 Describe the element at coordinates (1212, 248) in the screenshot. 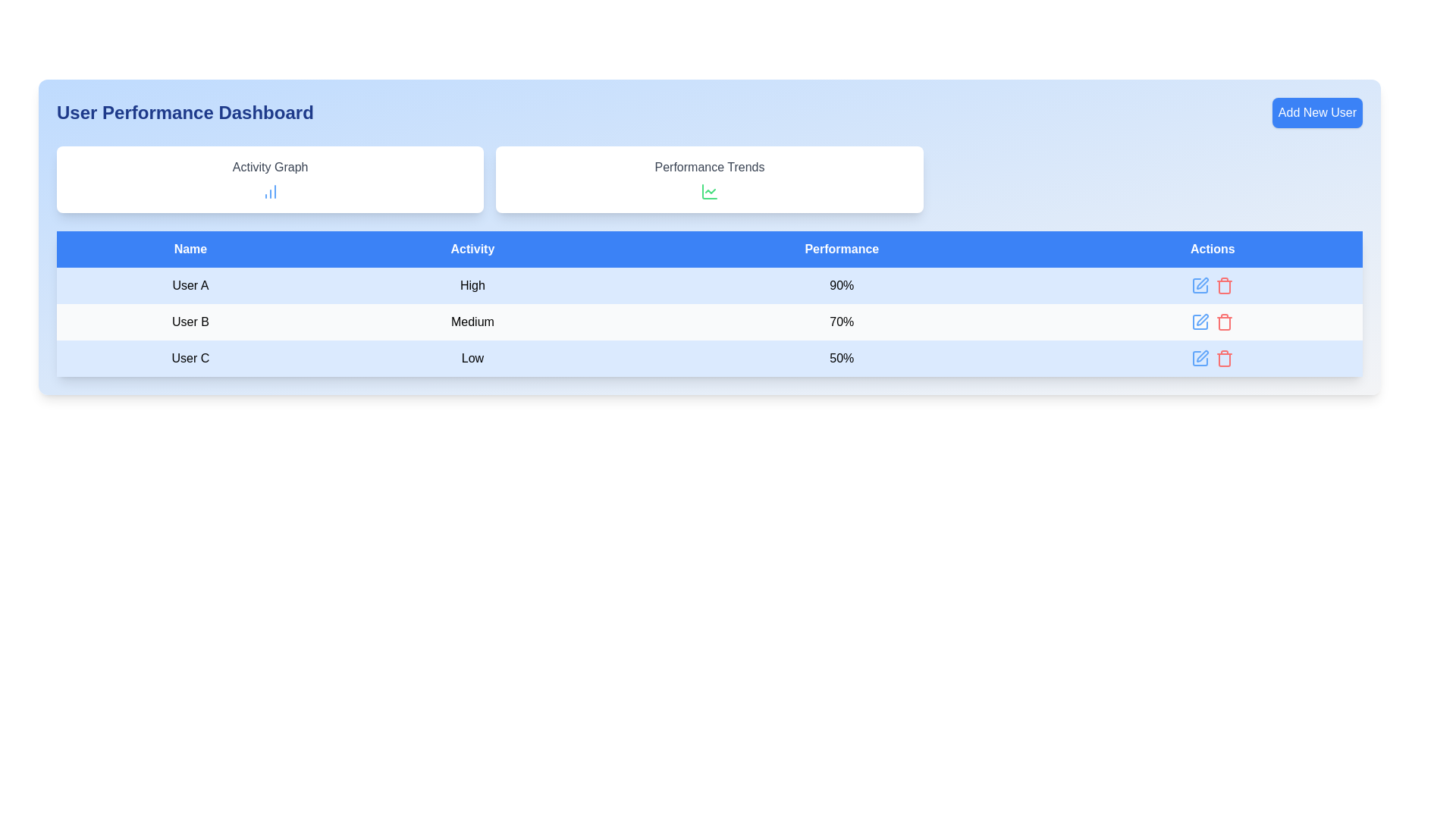

I see `the Table Header Cell that serves as the header for the last column in a table, indicating actions for each row below it` at that location.